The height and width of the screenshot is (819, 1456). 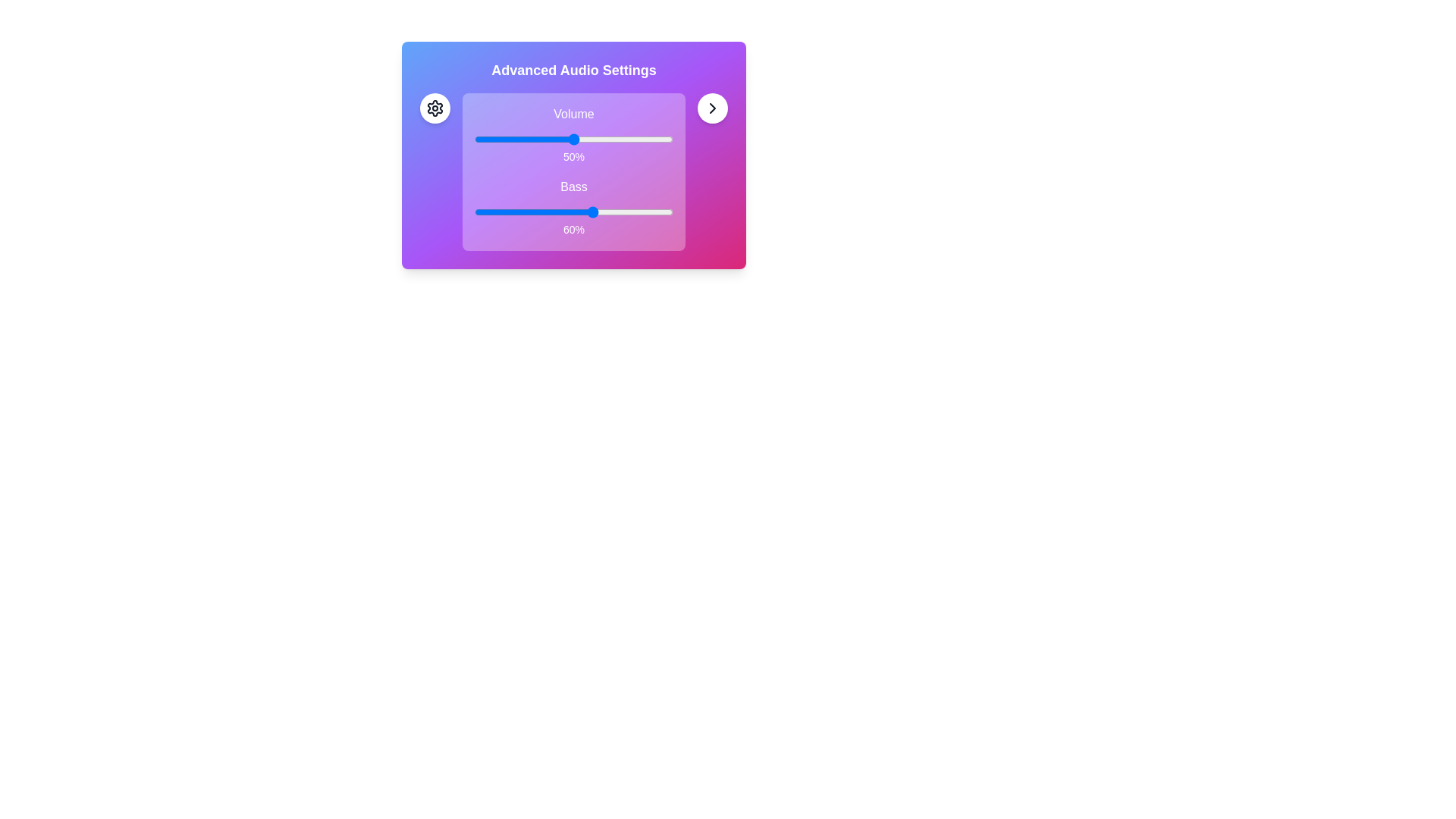 I want to click on right arrow button to proceed to the next screen, so click(x=712, y=107).